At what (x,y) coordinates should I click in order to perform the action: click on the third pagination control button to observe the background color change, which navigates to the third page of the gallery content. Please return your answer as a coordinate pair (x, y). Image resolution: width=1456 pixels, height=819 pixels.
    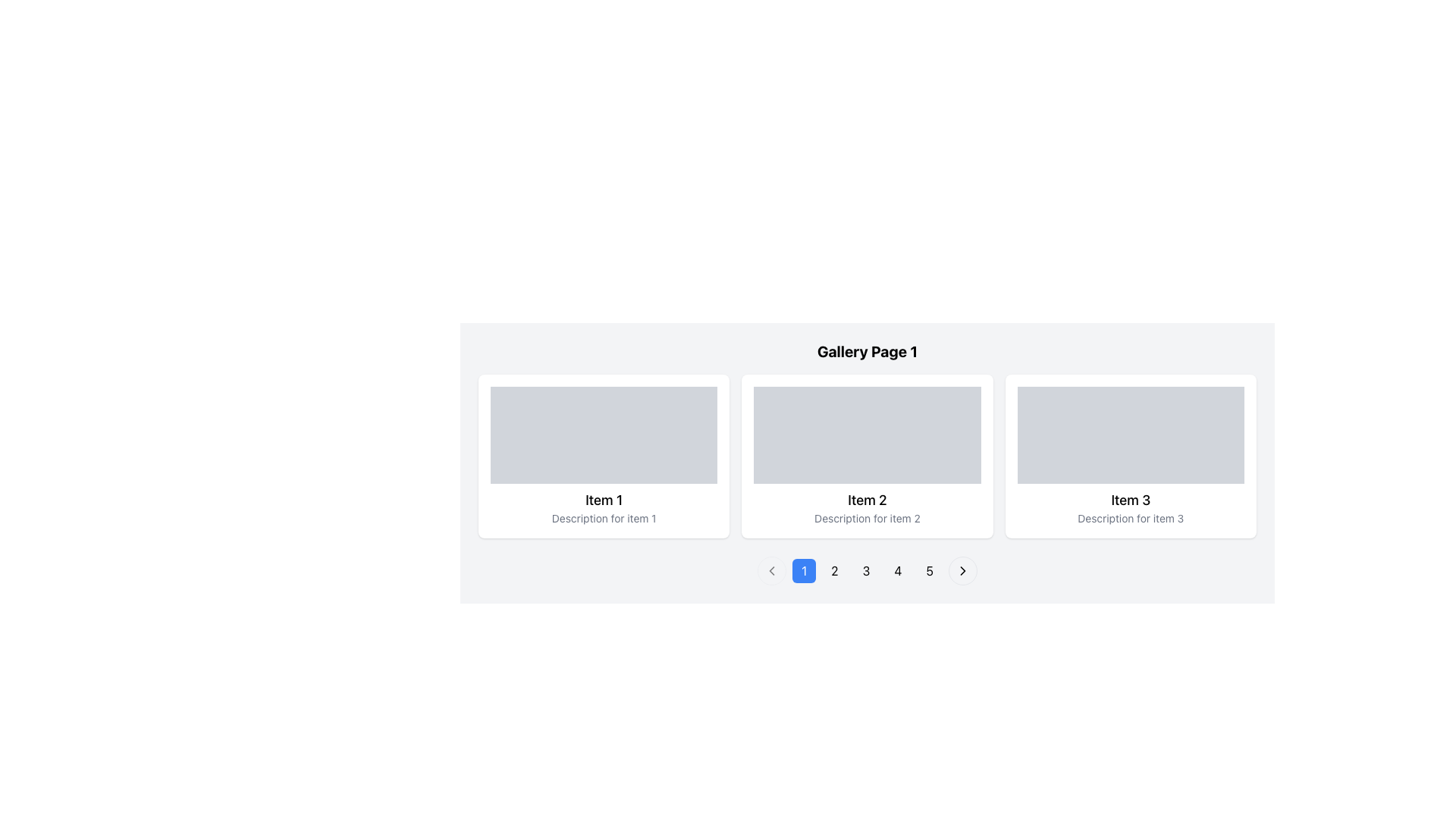
    Looking at the image, I should click on (866, 570).